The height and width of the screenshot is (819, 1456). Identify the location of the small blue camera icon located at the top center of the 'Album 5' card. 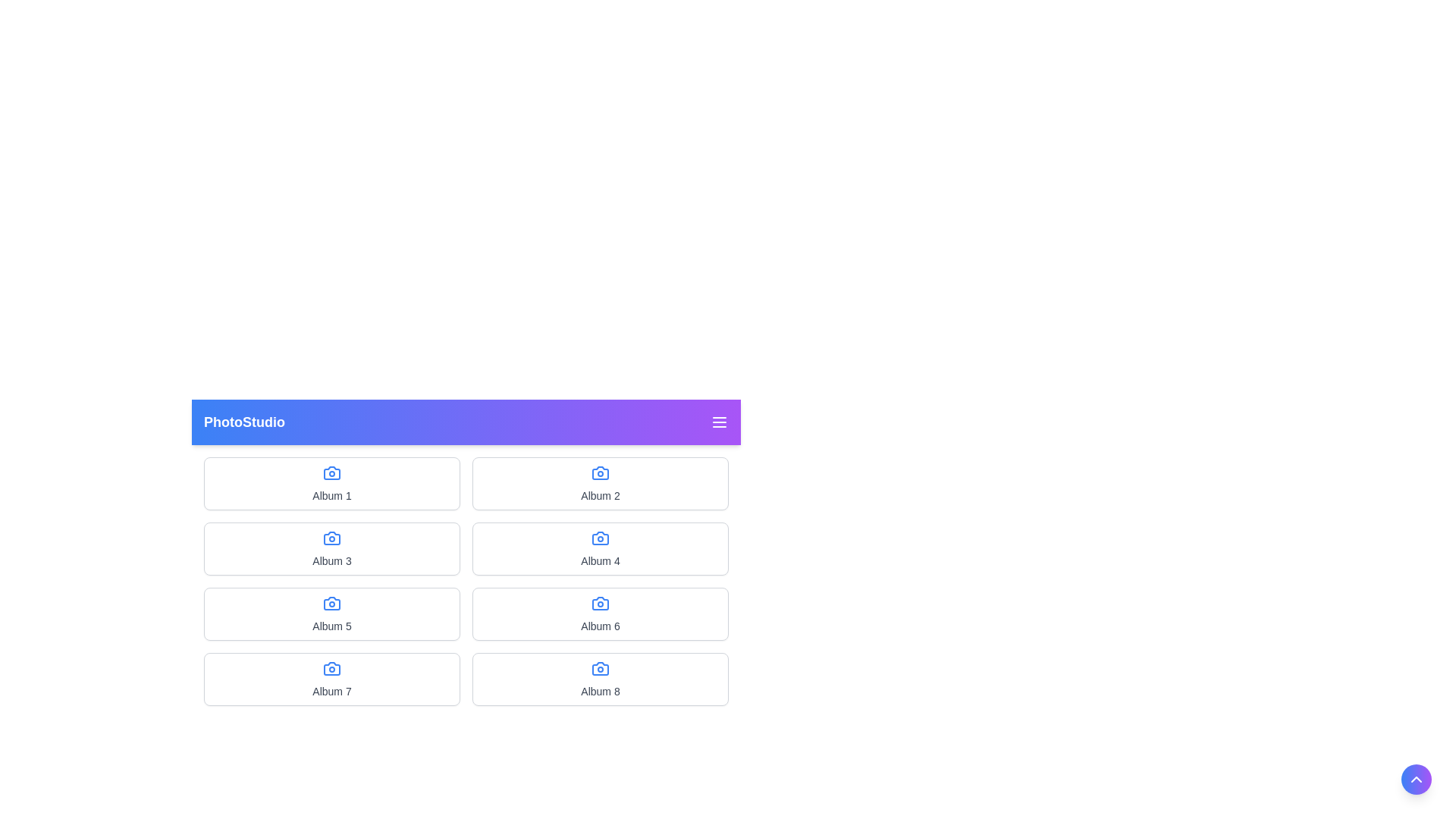
(331, 602).